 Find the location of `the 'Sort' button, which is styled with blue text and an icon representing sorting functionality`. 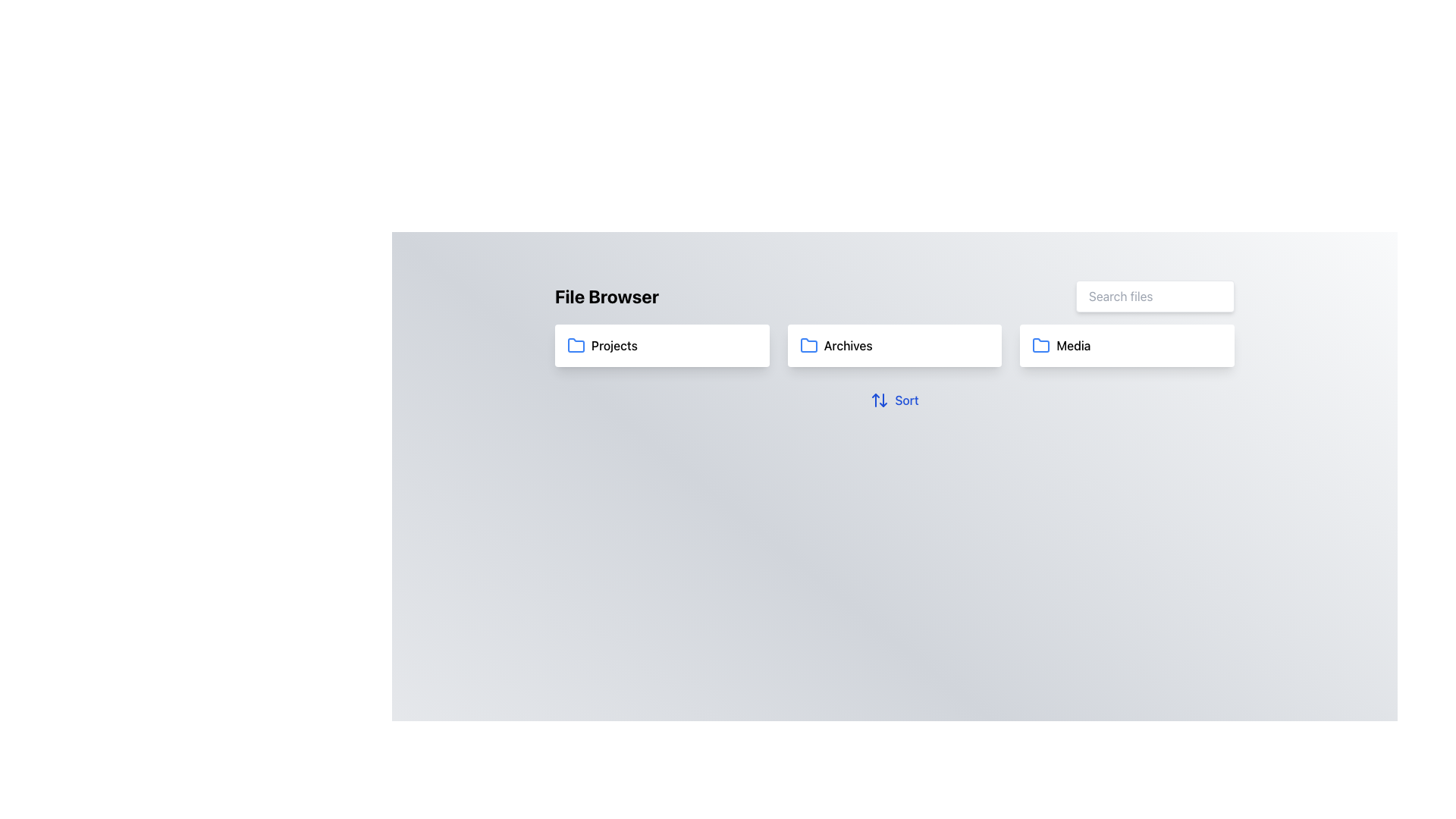

the 'Sort' button, which is styled with blue text and an icon representing sorting functionality is located at coordinates (895, 400).